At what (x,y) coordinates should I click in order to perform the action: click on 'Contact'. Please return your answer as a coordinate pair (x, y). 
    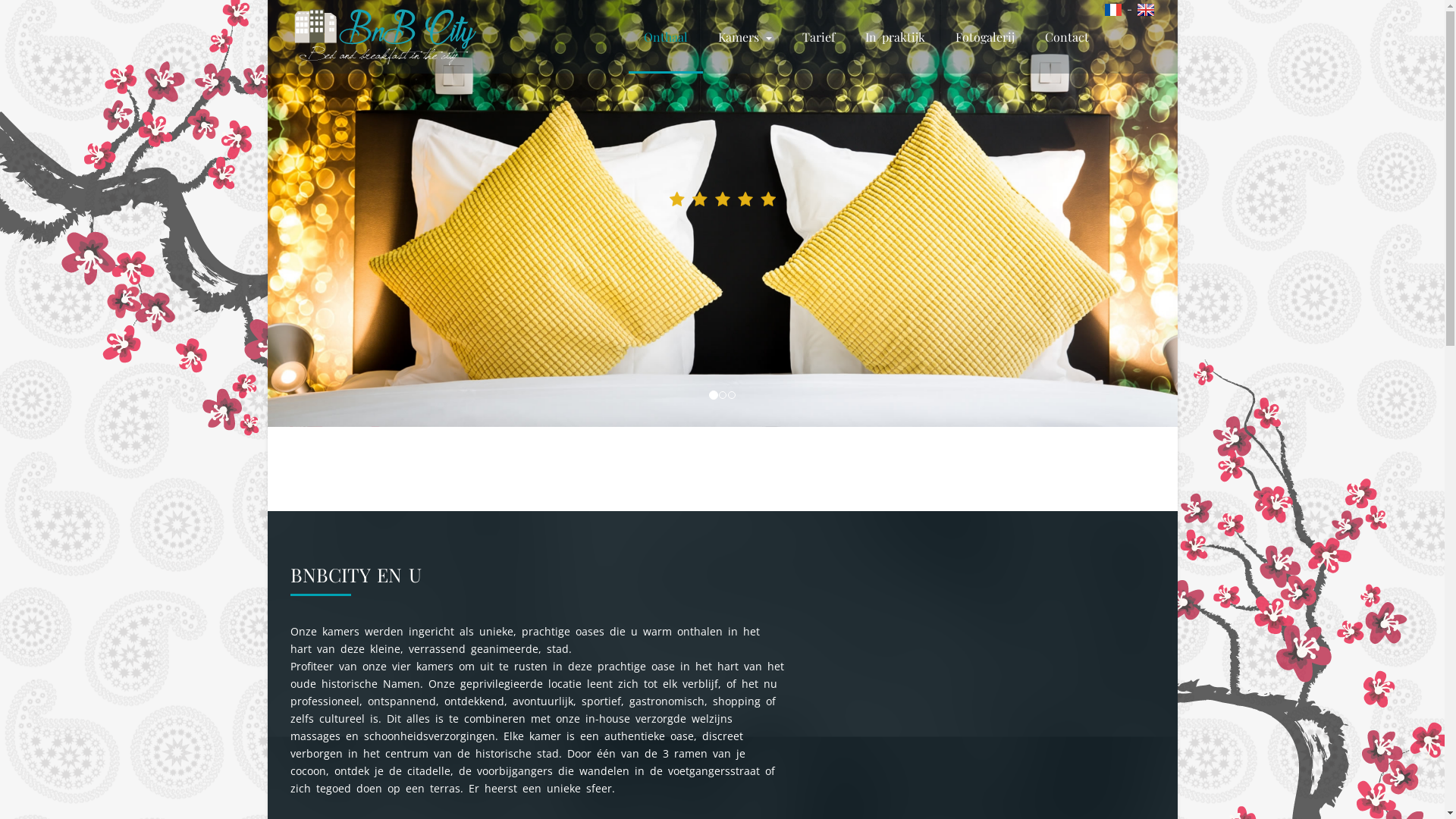
    Looking at the image, I should click on (1030, 36).